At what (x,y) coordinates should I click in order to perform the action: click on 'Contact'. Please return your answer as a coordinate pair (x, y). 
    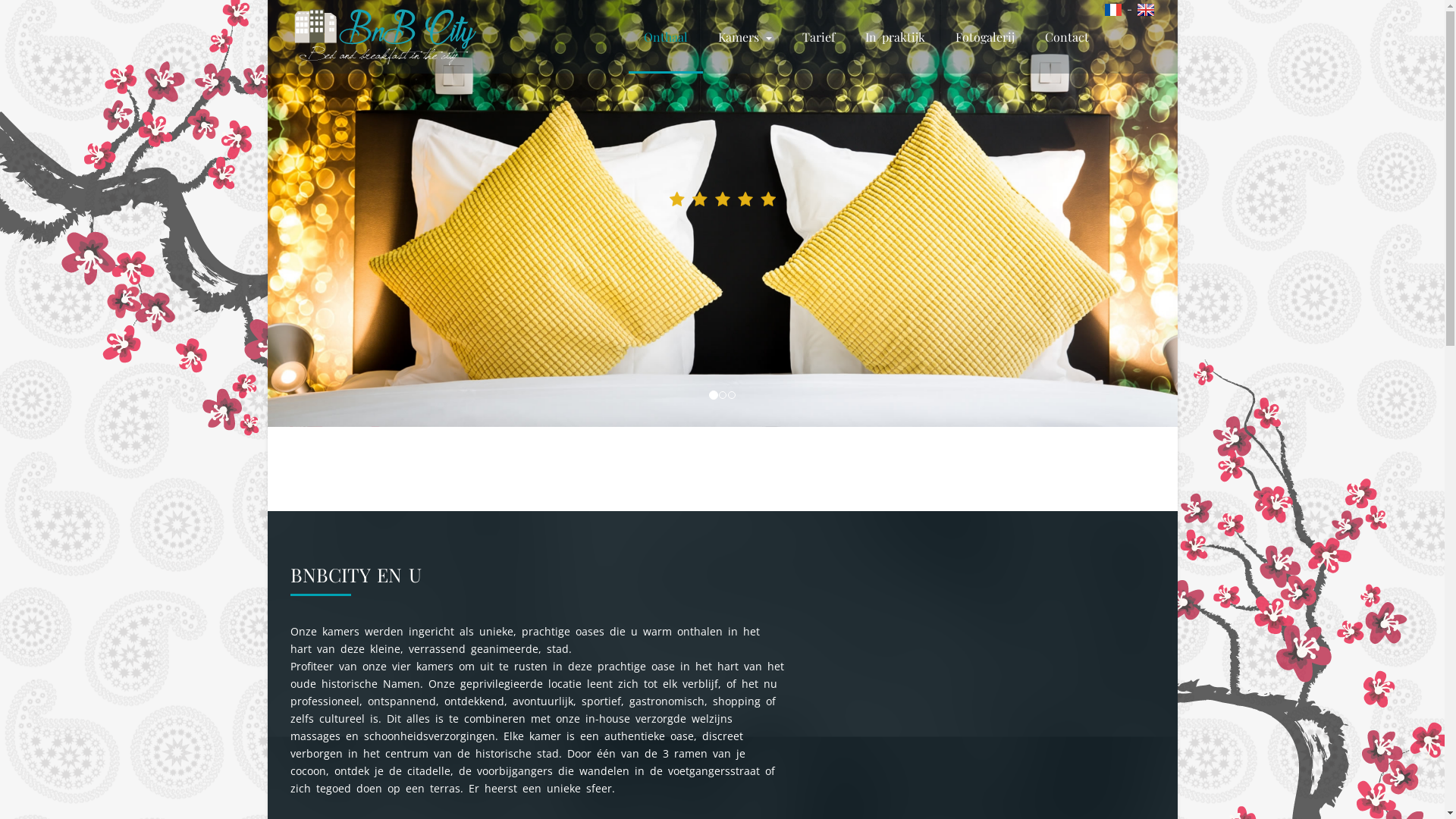
    Looking at the image, I should click on (1030, 36).